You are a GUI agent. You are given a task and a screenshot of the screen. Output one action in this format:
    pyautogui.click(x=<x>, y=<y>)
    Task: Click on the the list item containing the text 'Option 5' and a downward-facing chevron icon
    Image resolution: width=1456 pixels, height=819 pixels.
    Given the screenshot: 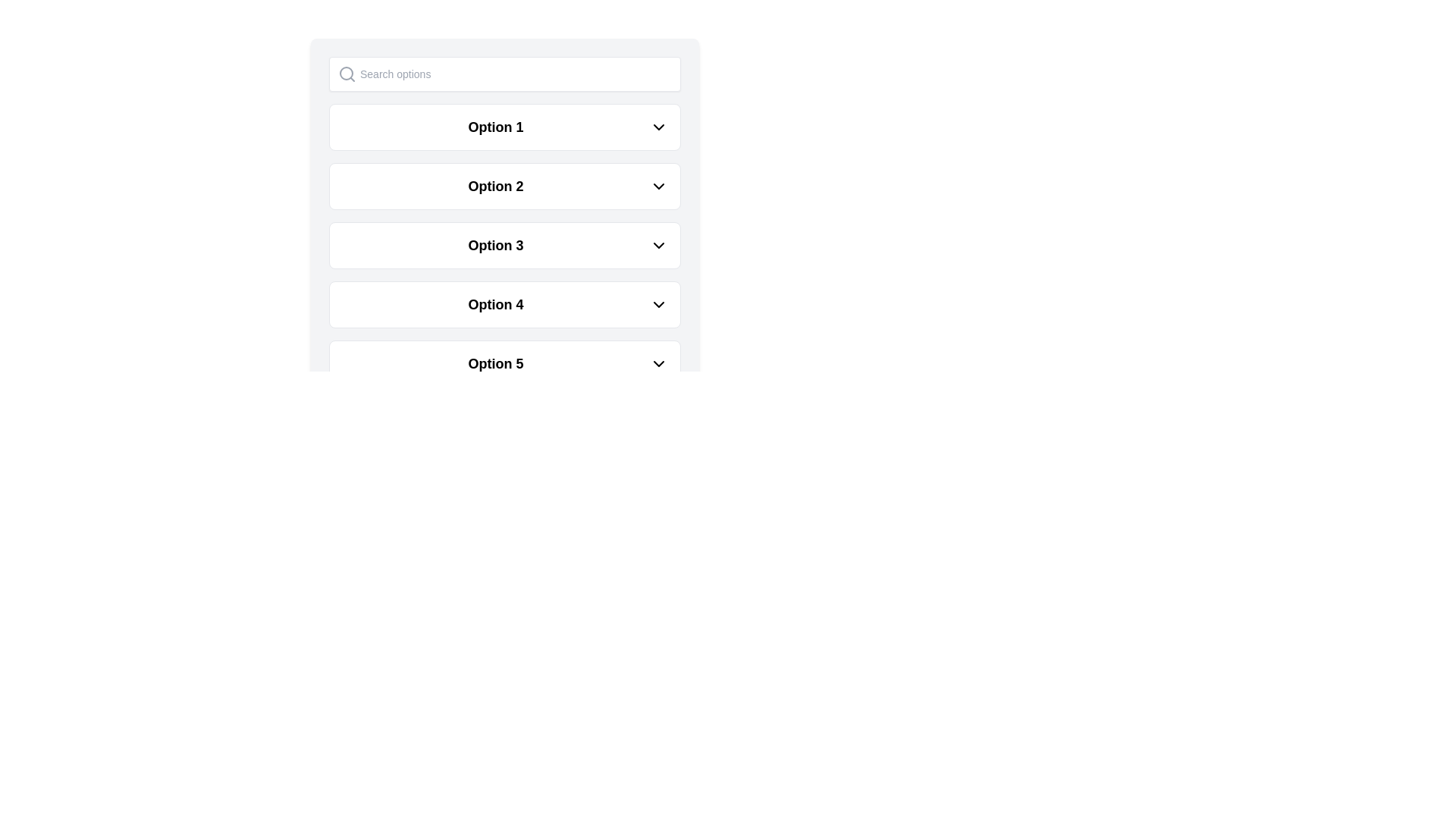 What is the action you would take?
    pyautogui.click(x=505, y=363)
    